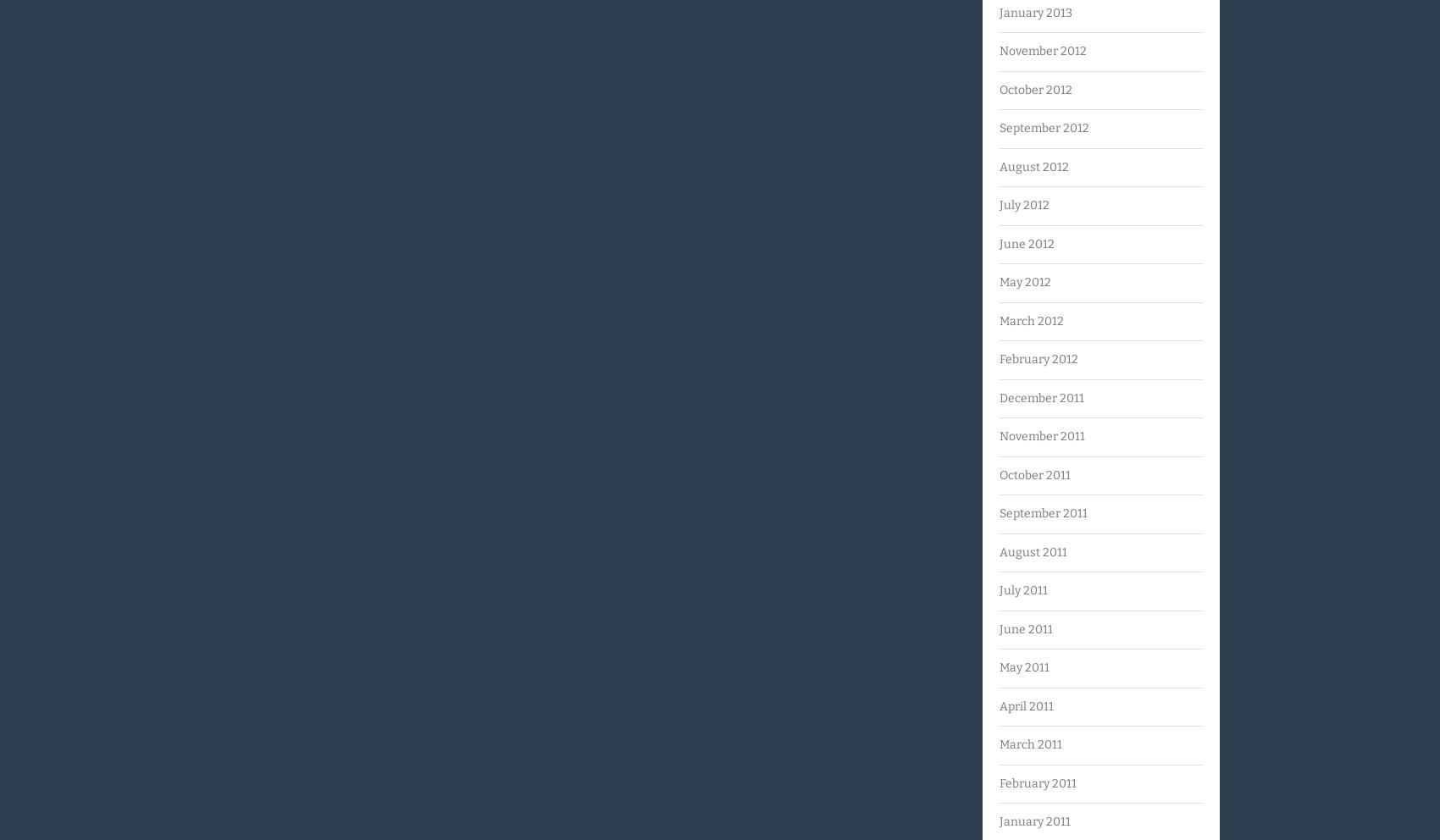  What do you see at coordinates (1038, 358) in the screenshot?
I see `'February 2012'` at bounding box center [1038, 358].